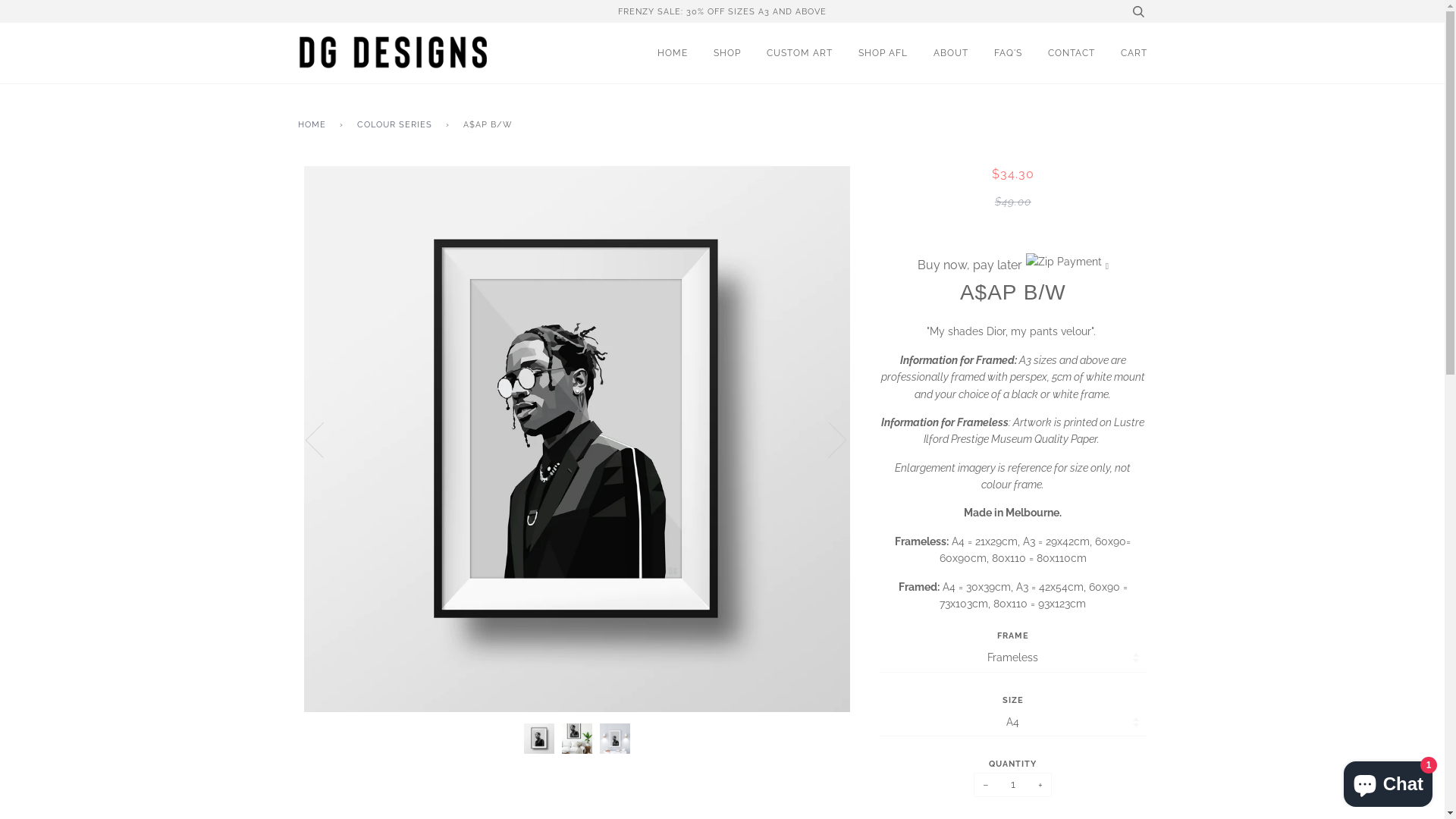  I want to click on '+', so click(1040, 784).